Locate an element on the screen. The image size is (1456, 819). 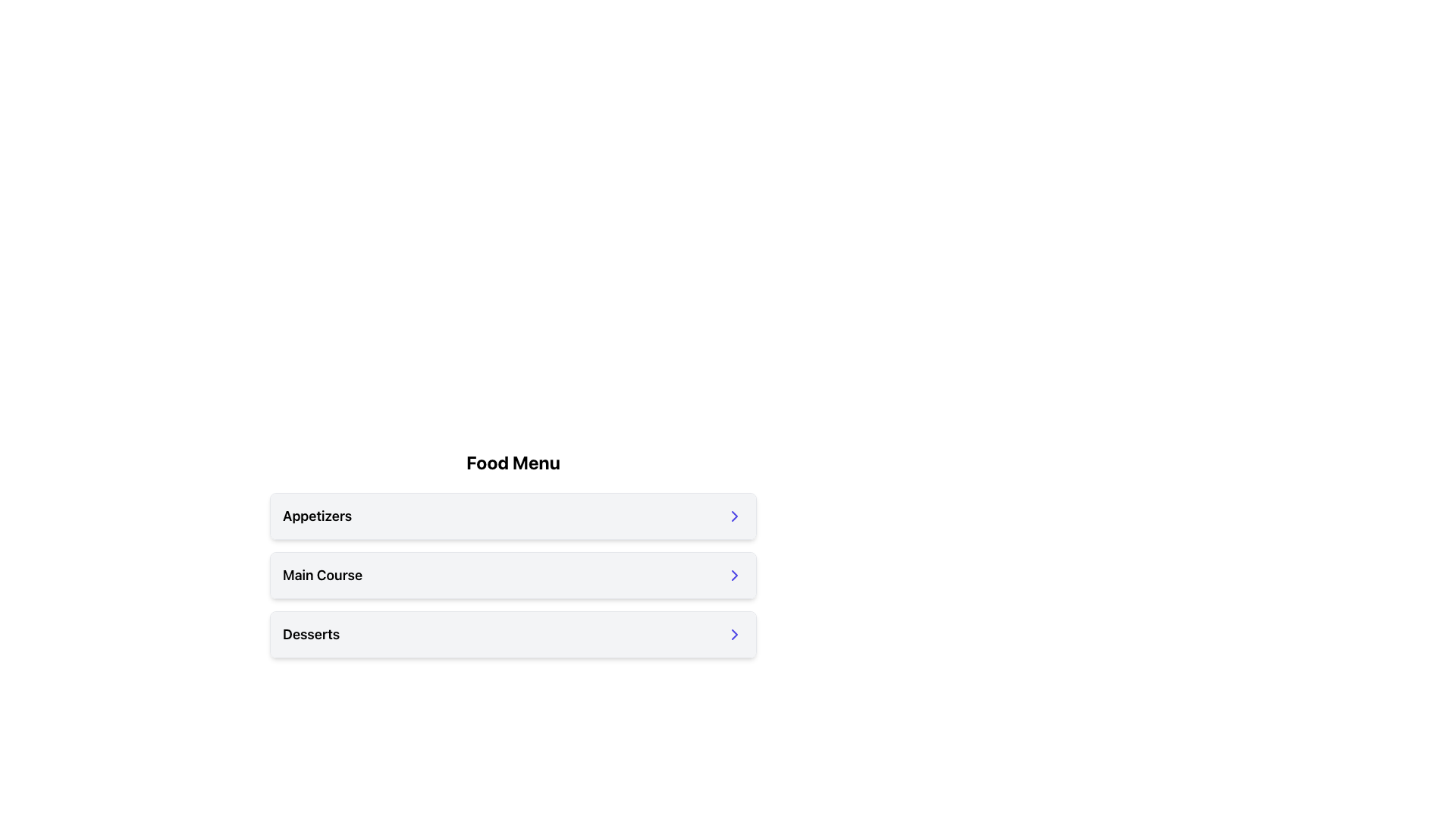
the 'Desserts' menu item, which is the third item in the vertically stacked menu list is located at coordinates (513, 635).